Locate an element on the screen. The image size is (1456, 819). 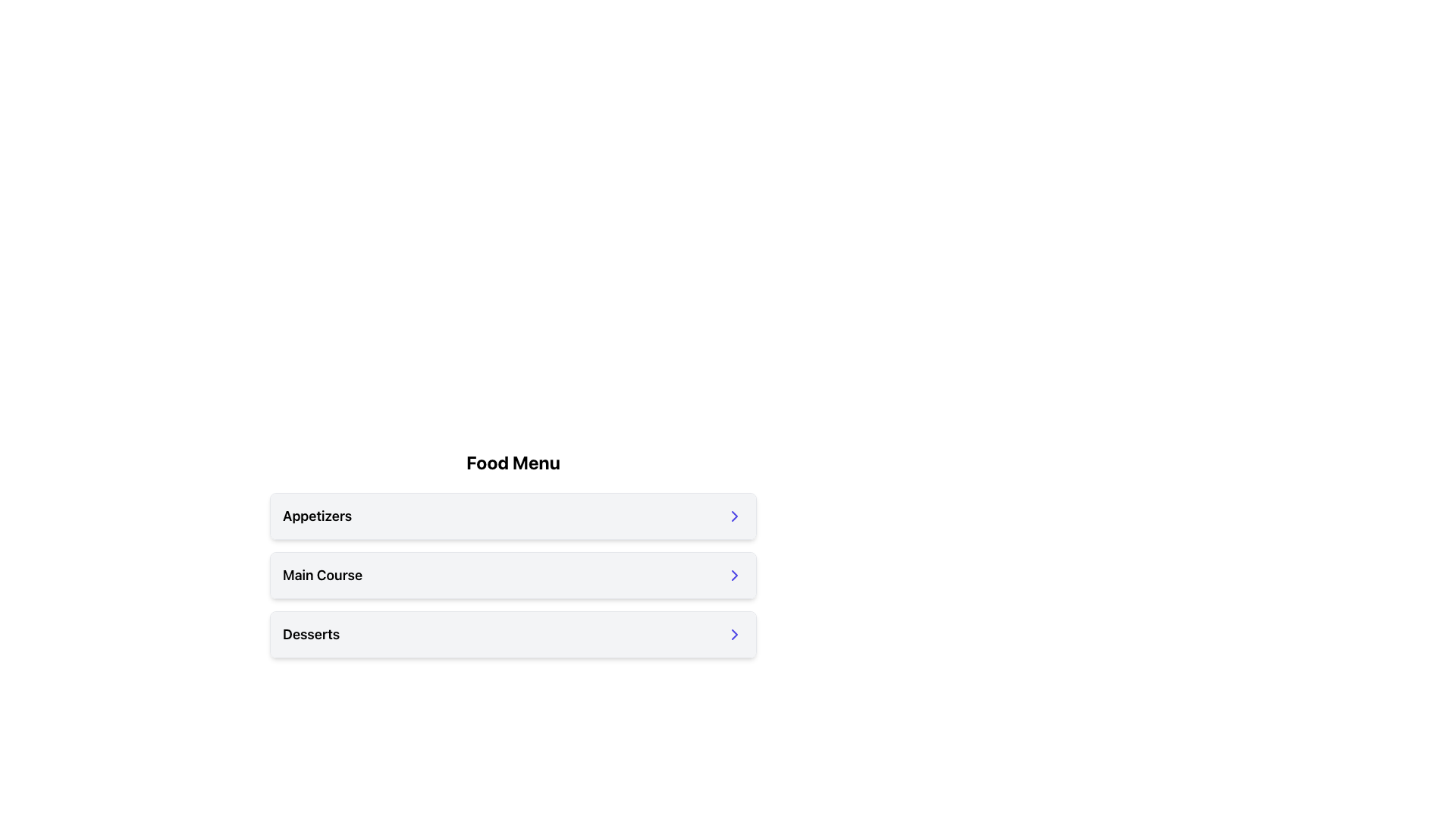
the 'Desserts' menu item, which is the third item in the vertically stacked menu list is located at coordinates (513, 635).